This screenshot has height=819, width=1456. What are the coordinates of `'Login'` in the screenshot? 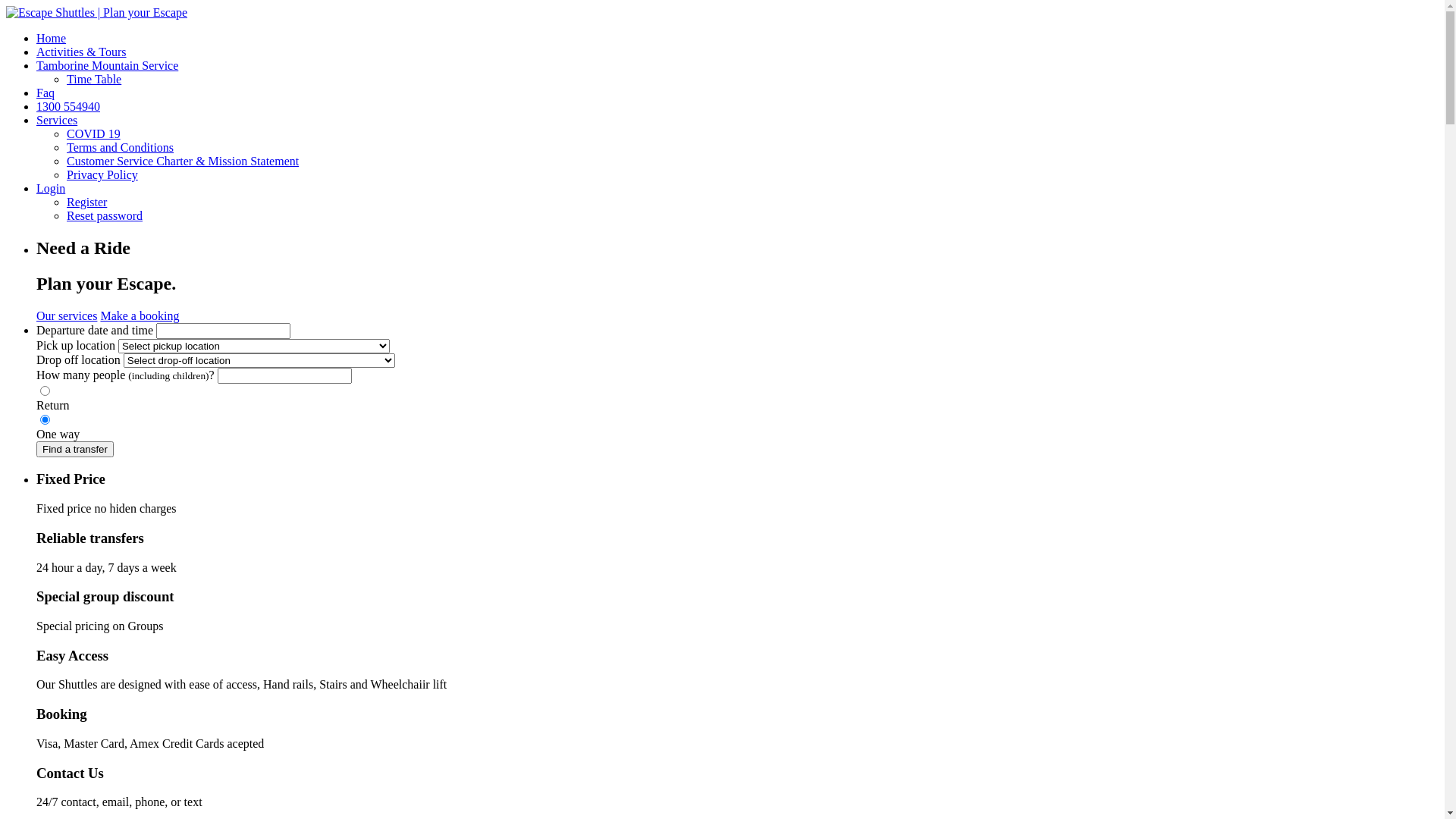 It's located at (36, 187).